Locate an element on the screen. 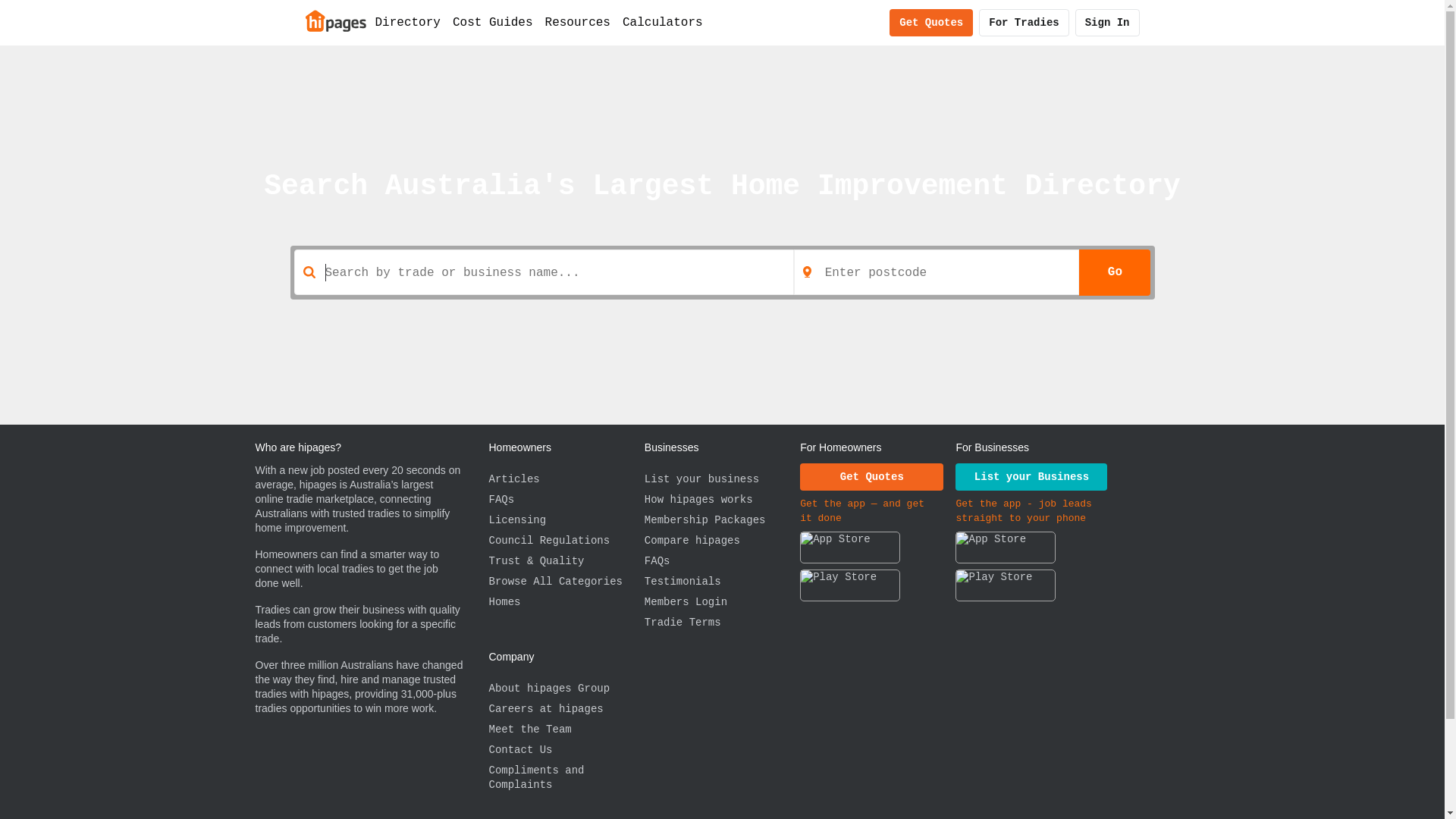 The width and height of the screenshot is (1456, 819). 'About hipages Group' is located at coordinates (488, 689).